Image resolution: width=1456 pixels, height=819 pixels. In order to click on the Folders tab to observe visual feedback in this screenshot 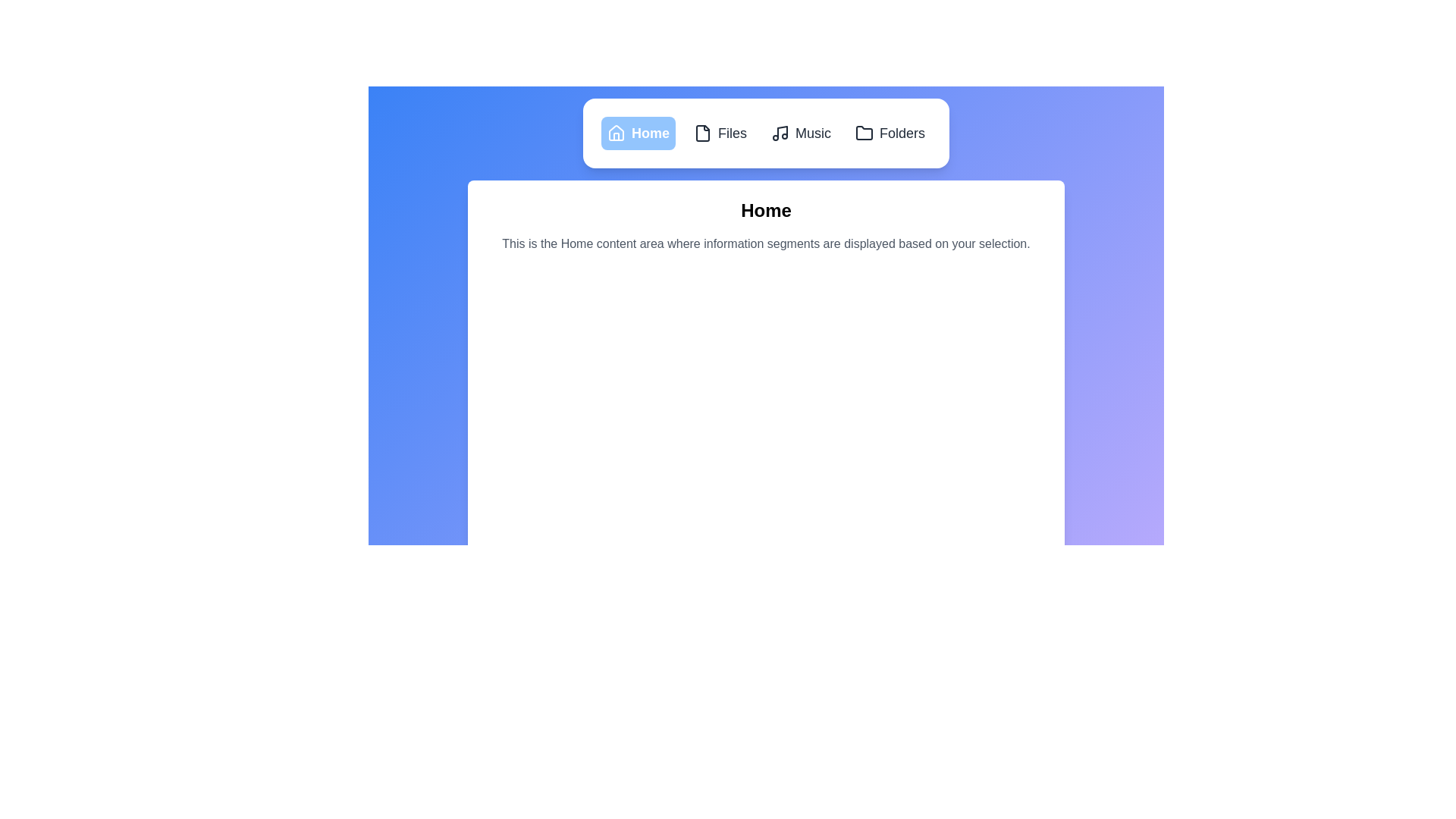, I will do `click(890, 133)`.